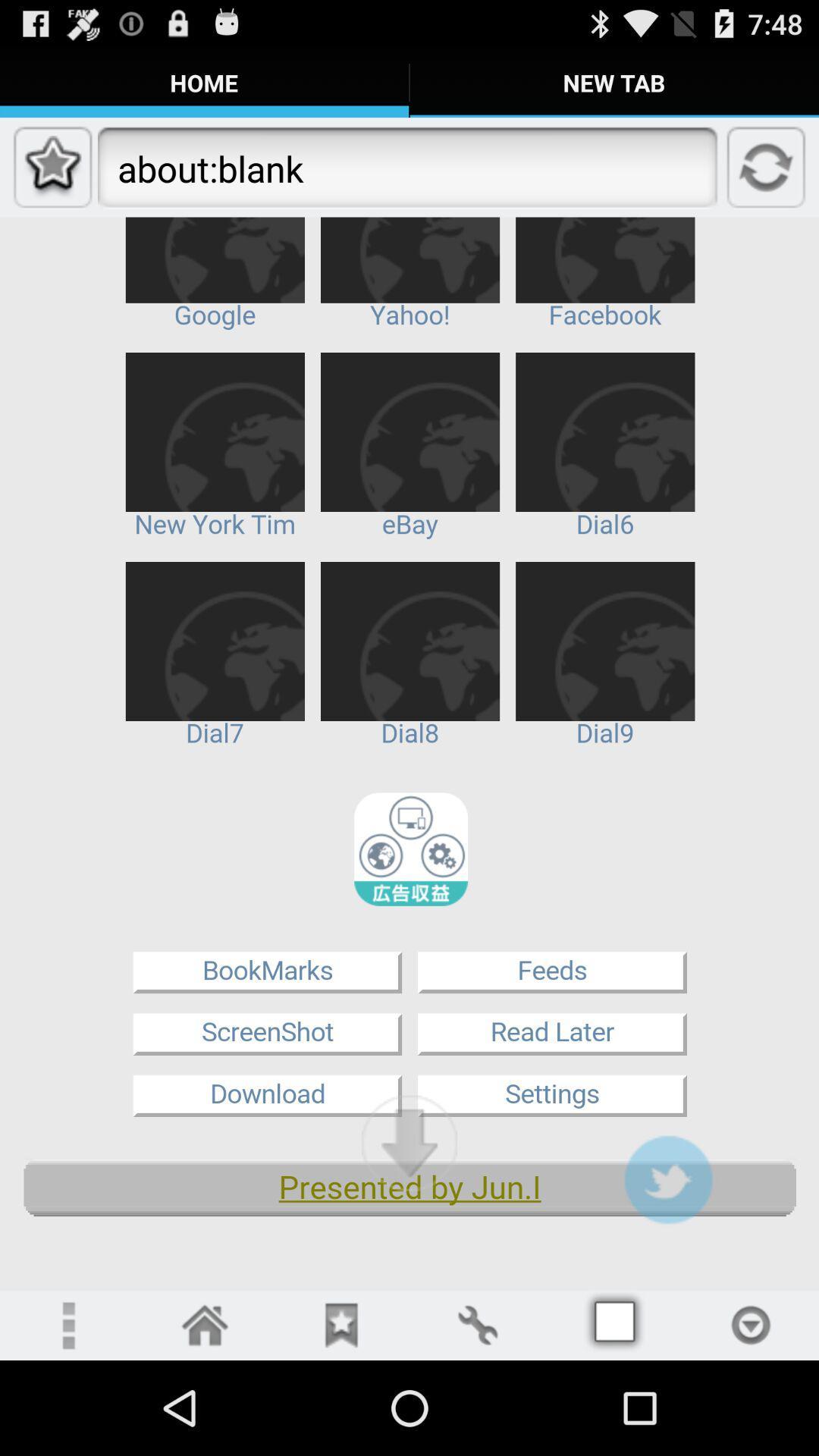 This screenshot has height=1456, width=819. I want to click on the arrow_downward icon, so click(409, 1223).